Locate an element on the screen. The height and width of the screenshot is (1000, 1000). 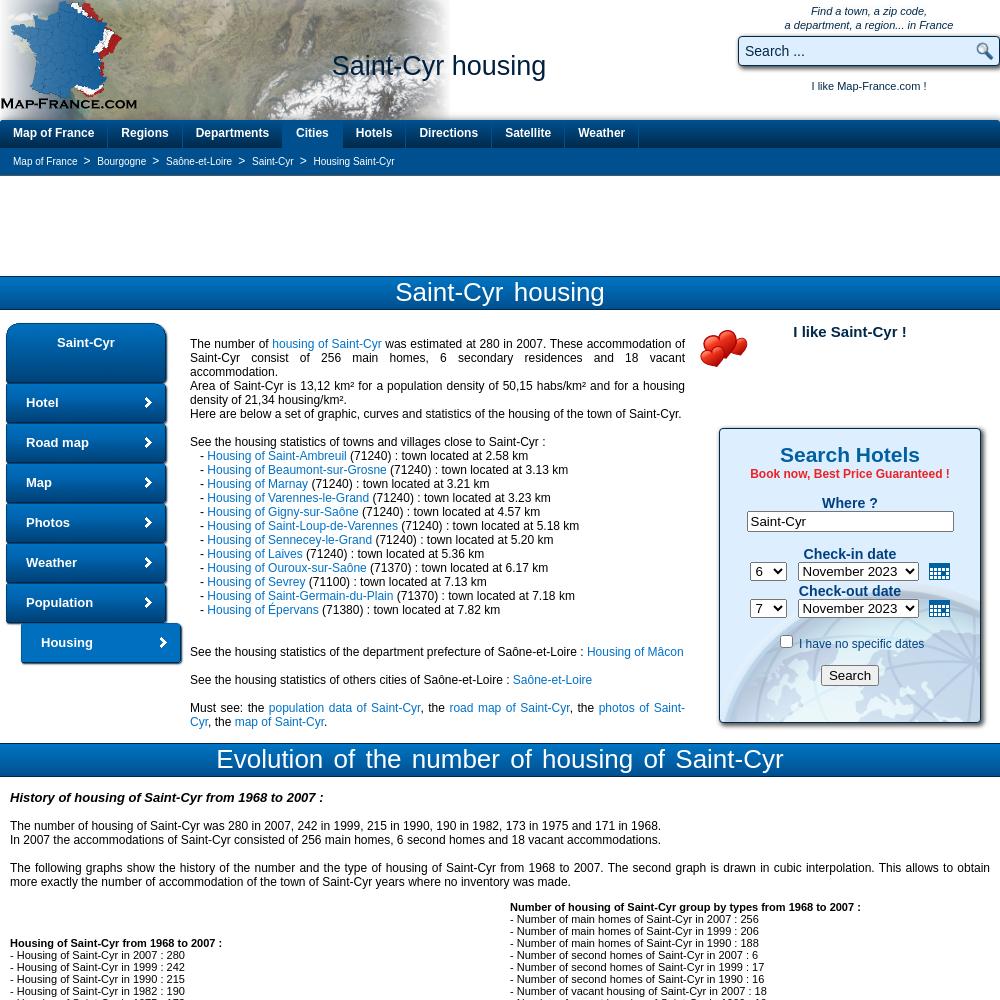
'(71240) : town located at 2.58 km' is located at coordinates (437, 455).